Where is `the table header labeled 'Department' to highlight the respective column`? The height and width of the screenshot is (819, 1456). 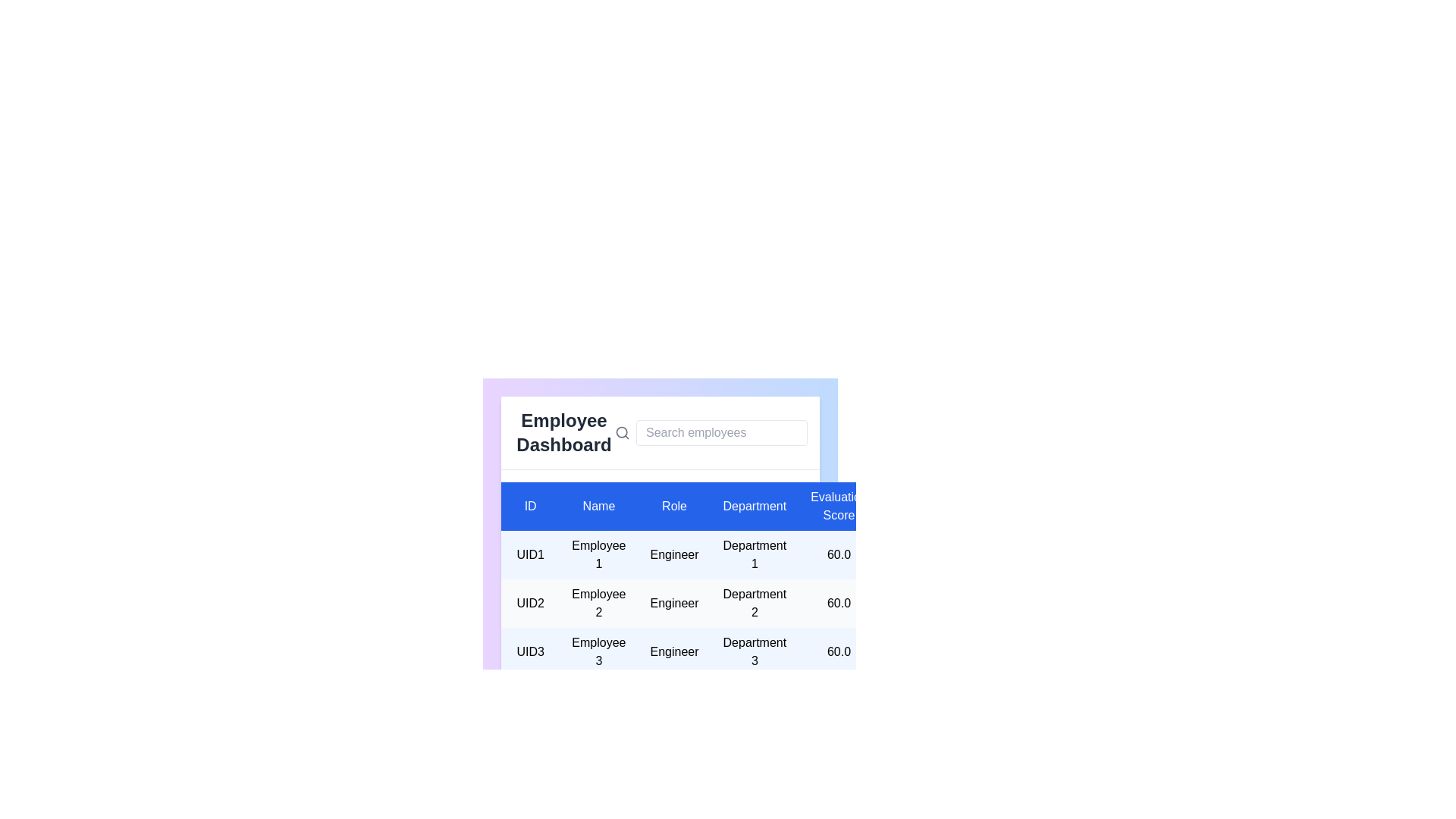
the table header labeled 'Department' to highlight the respective column is located at coordinates (755, 506).